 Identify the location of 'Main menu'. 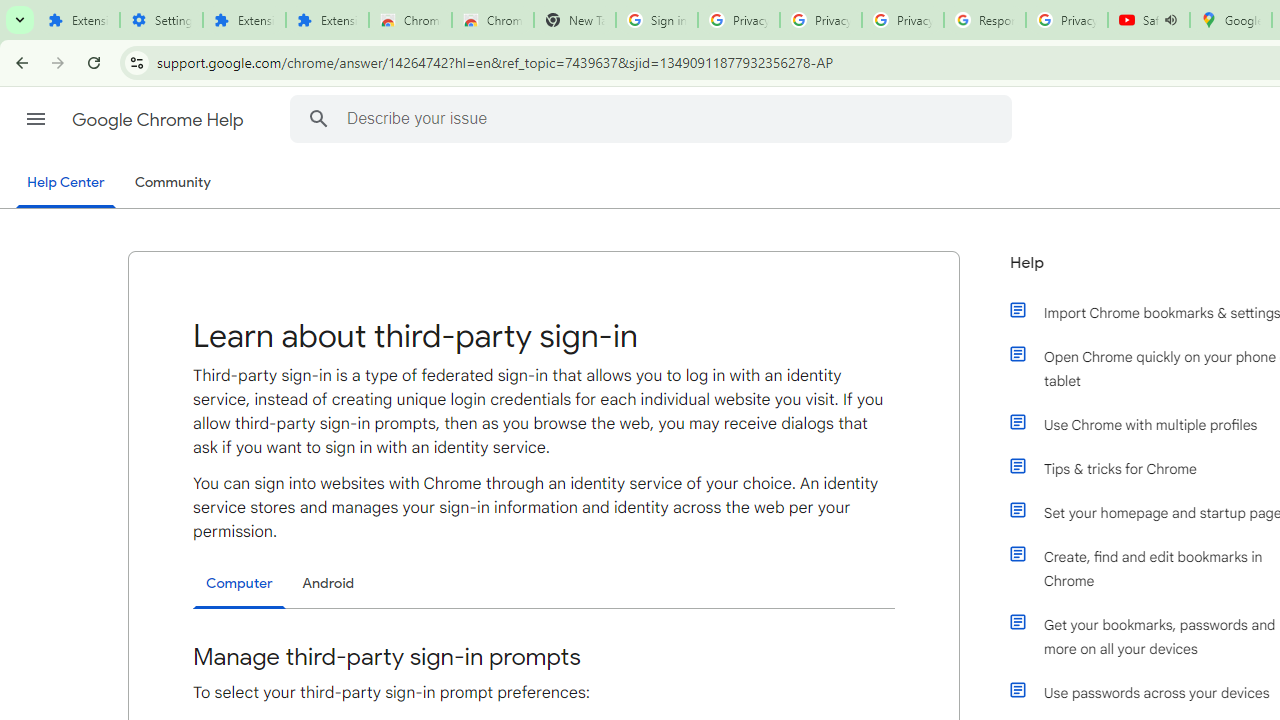
(35, 119).